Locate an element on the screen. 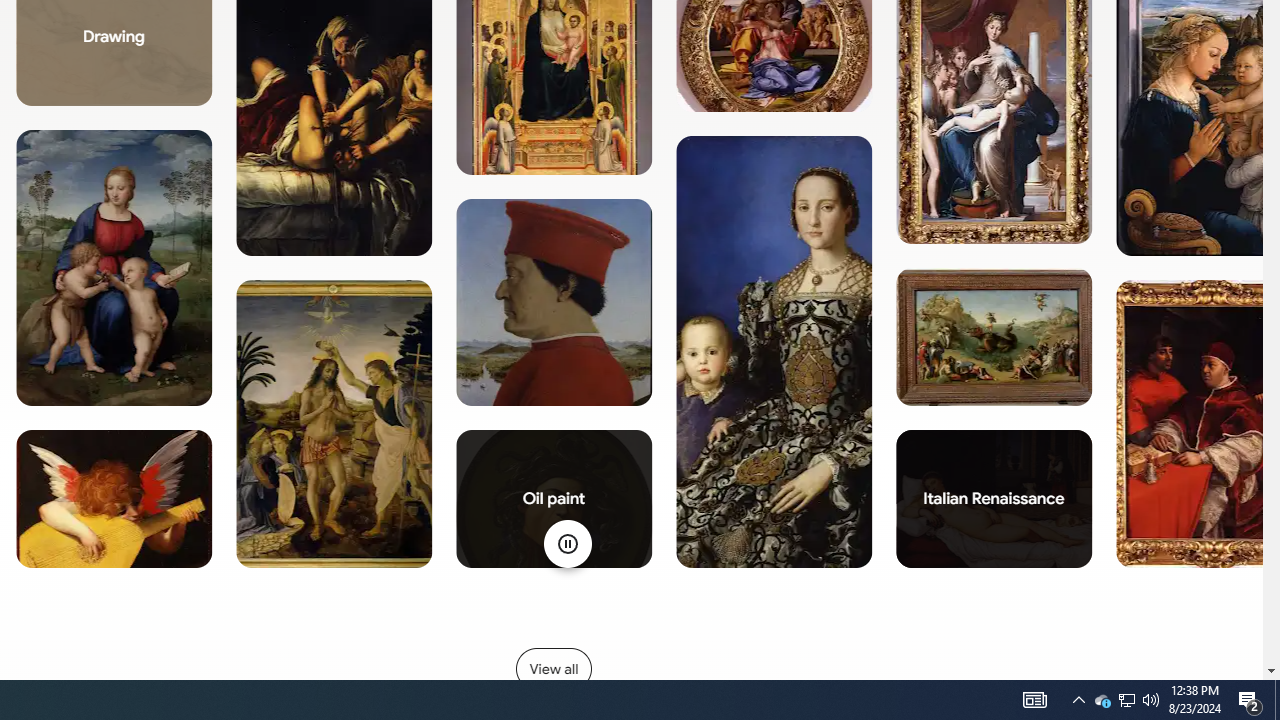 The width and height of the screenshot is (1280, 720). 'Pause animation' is located at coordinates (566, 543).